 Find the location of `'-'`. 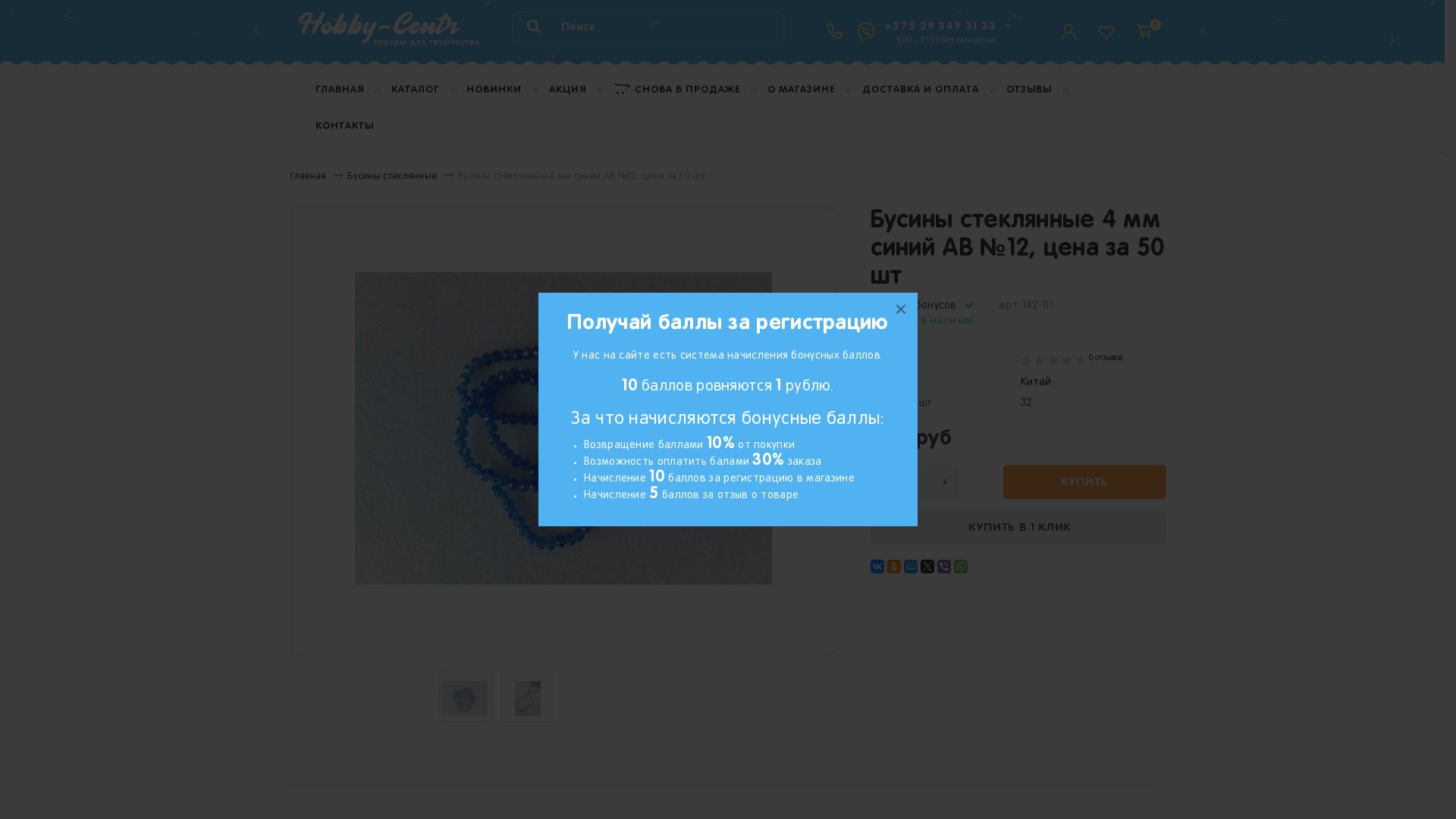

'-' is located at coordinates (883, 482).